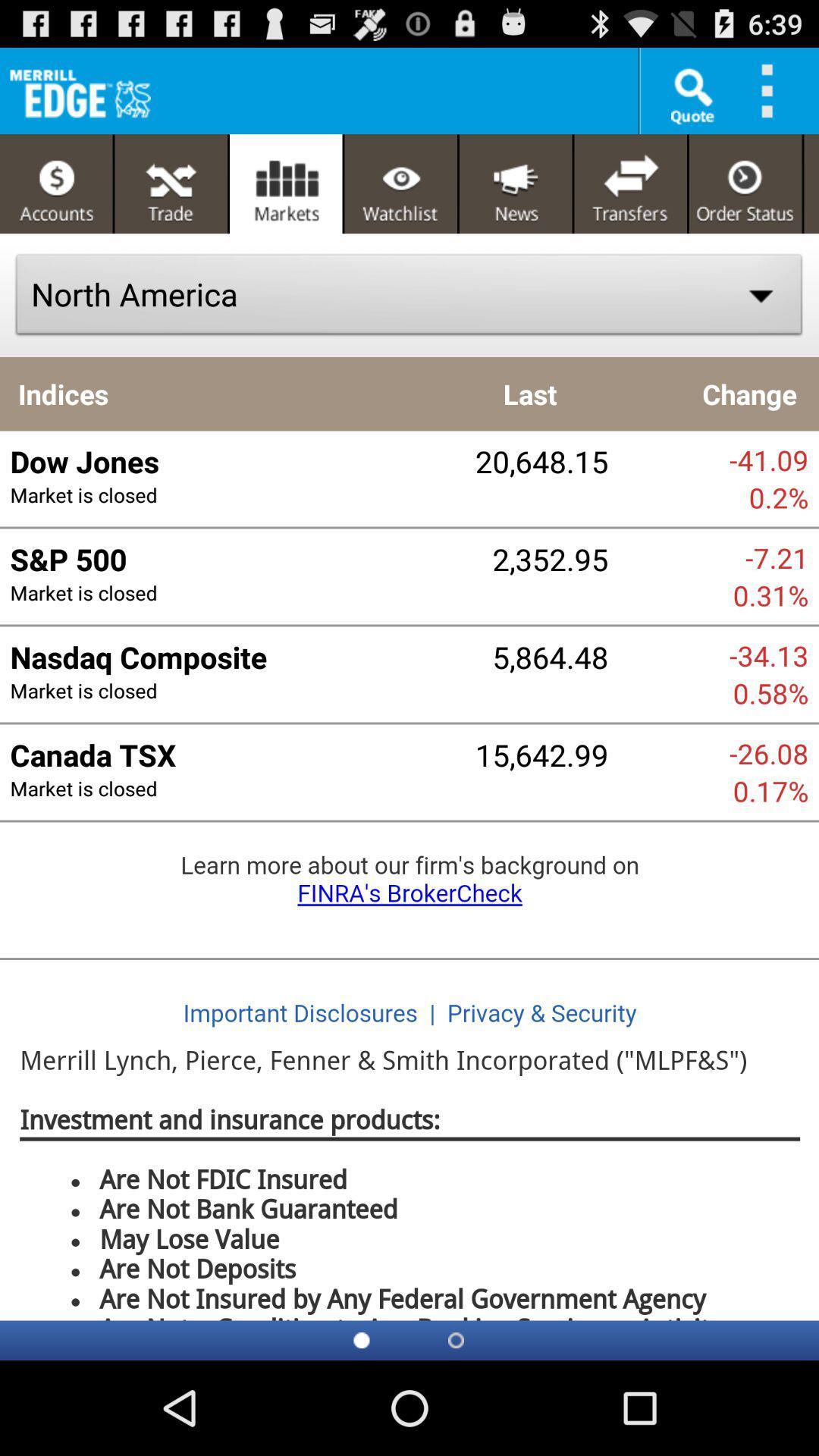 The image size is (819, 1456). What do you see at coordinates (630, 196) in the screenshot?
I see `the compare icon` at bounding box center [630, 196].